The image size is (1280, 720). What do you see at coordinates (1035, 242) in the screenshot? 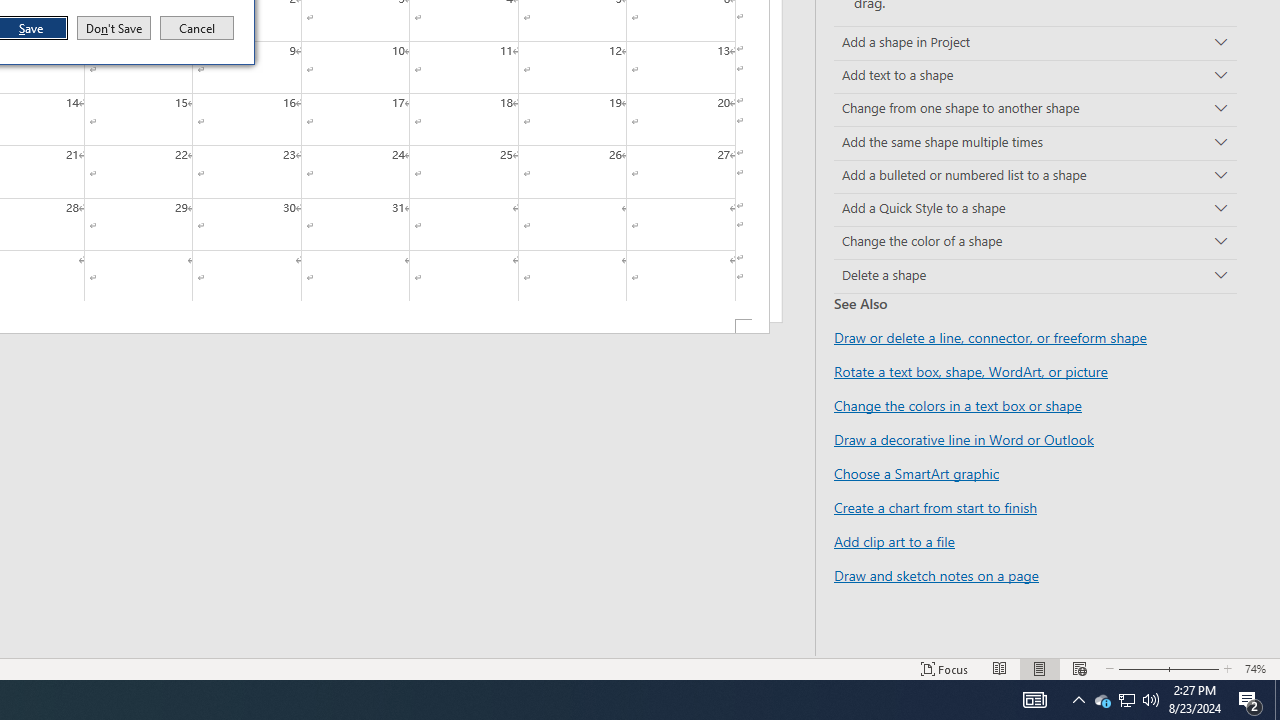
I see `'Change the color of a shape'` at bounding box center [1035, 242].